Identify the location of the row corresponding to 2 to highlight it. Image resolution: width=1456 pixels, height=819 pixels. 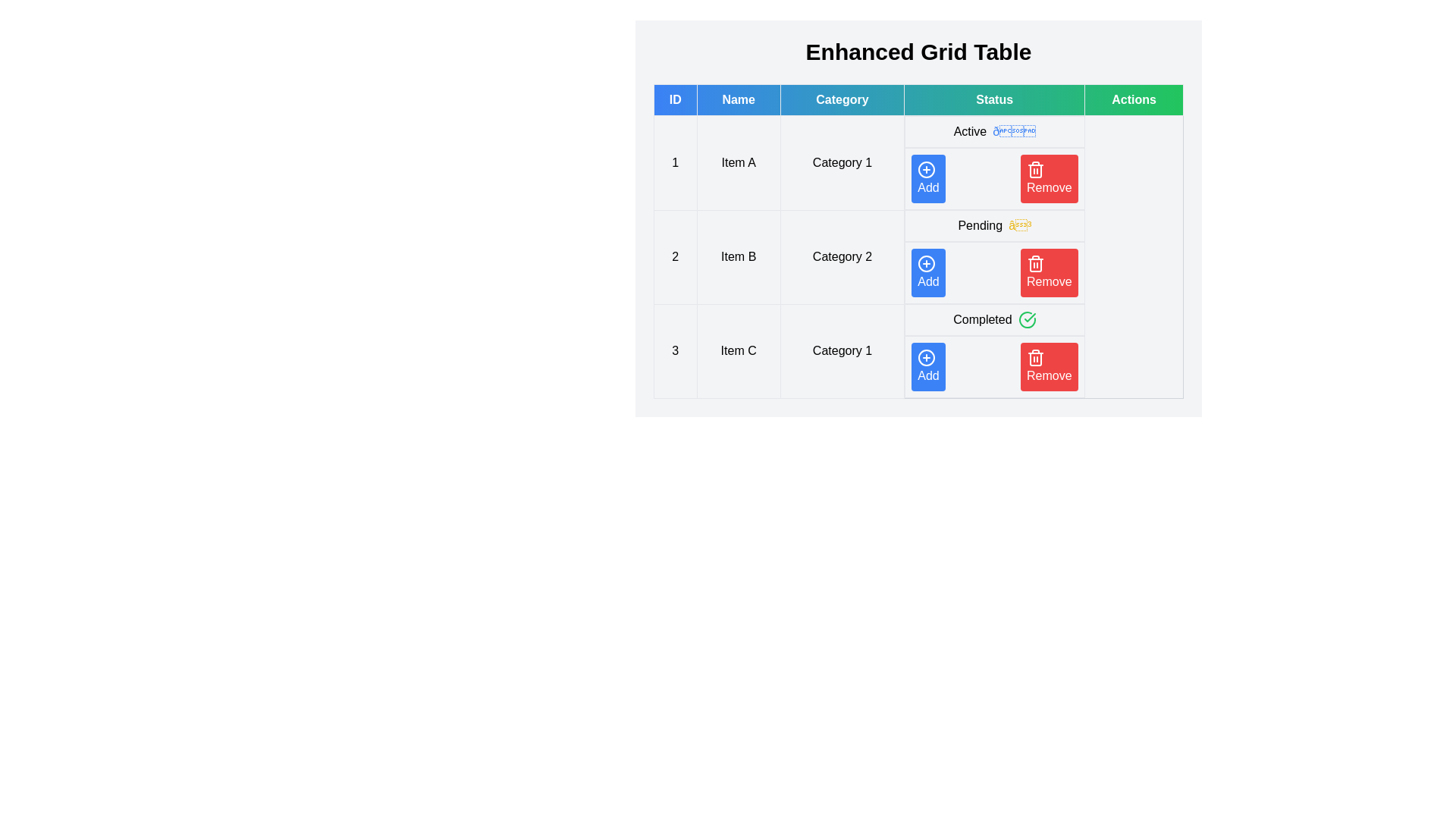
(918, 256).